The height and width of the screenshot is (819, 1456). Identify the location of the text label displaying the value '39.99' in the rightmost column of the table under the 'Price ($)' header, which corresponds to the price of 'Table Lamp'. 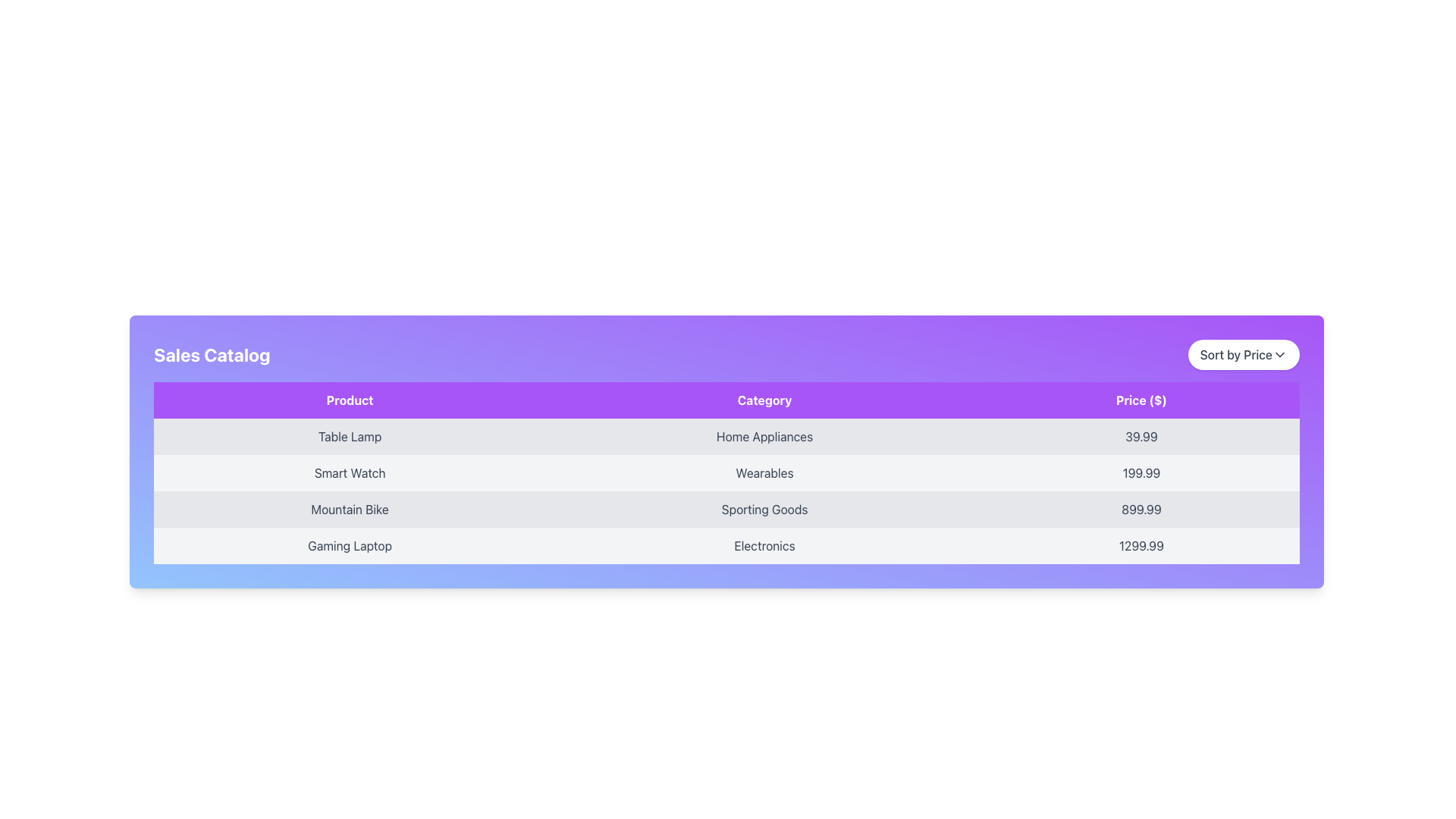
(1141, 436).